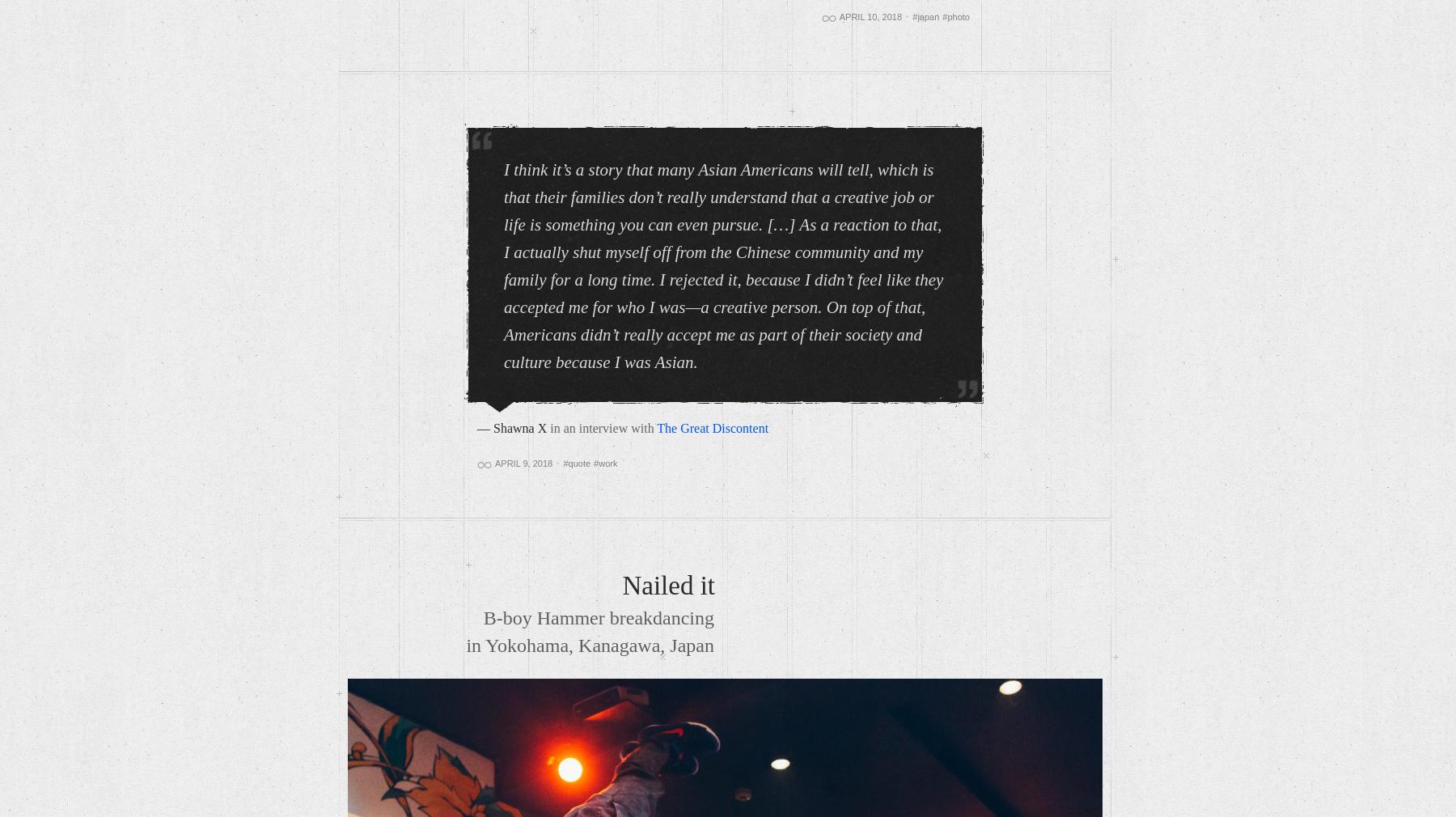 This screenshot has width=1456, height=817. I want to click on 'April 9, 2018', so click(523, 462).